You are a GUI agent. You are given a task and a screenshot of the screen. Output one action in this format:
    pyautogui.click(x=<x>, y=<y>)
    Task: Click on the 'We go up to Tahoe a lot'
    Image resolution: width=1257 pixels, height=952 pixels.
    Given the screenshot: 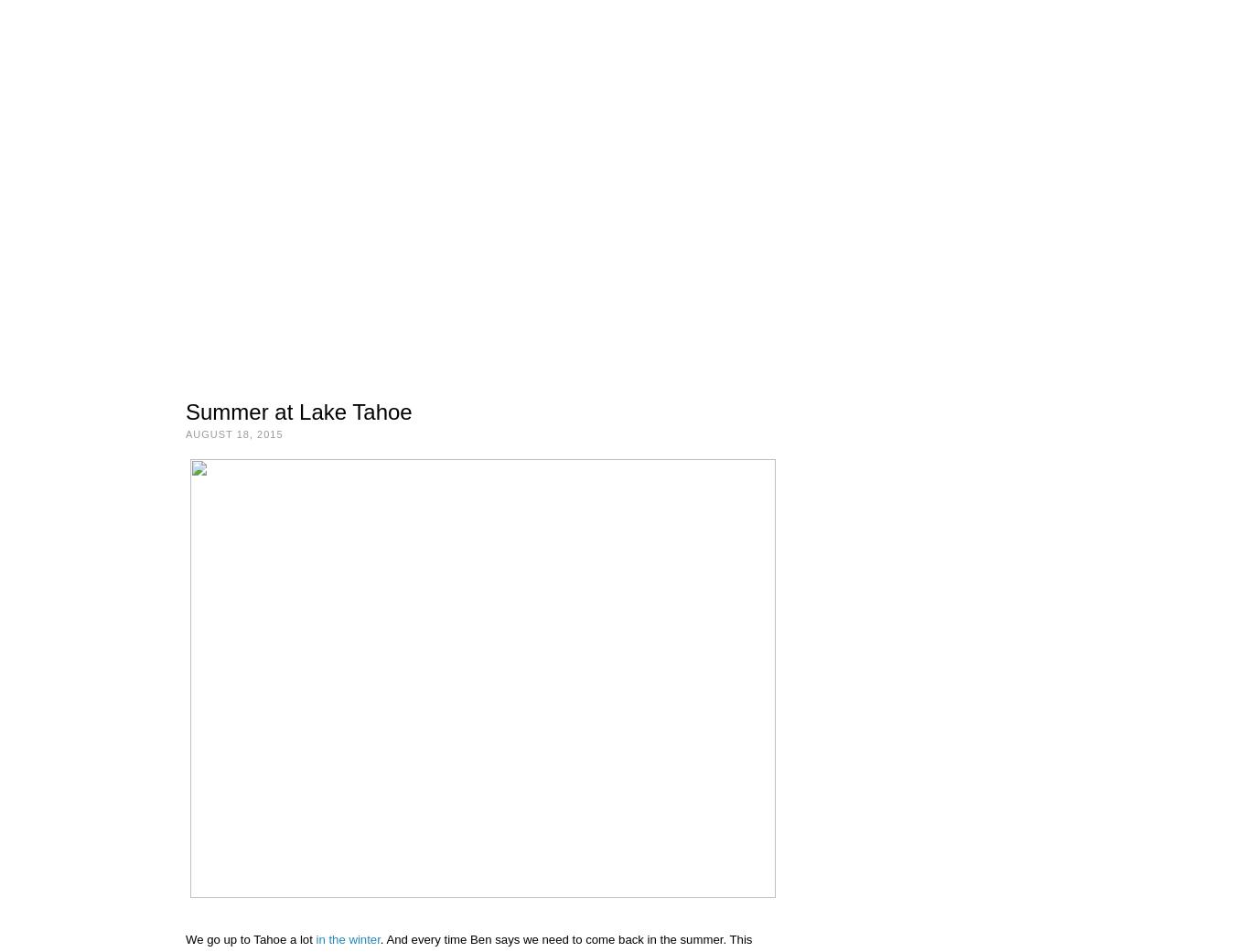 What is the action you would take?
    pyautogui.click(x=249, y=939)
    